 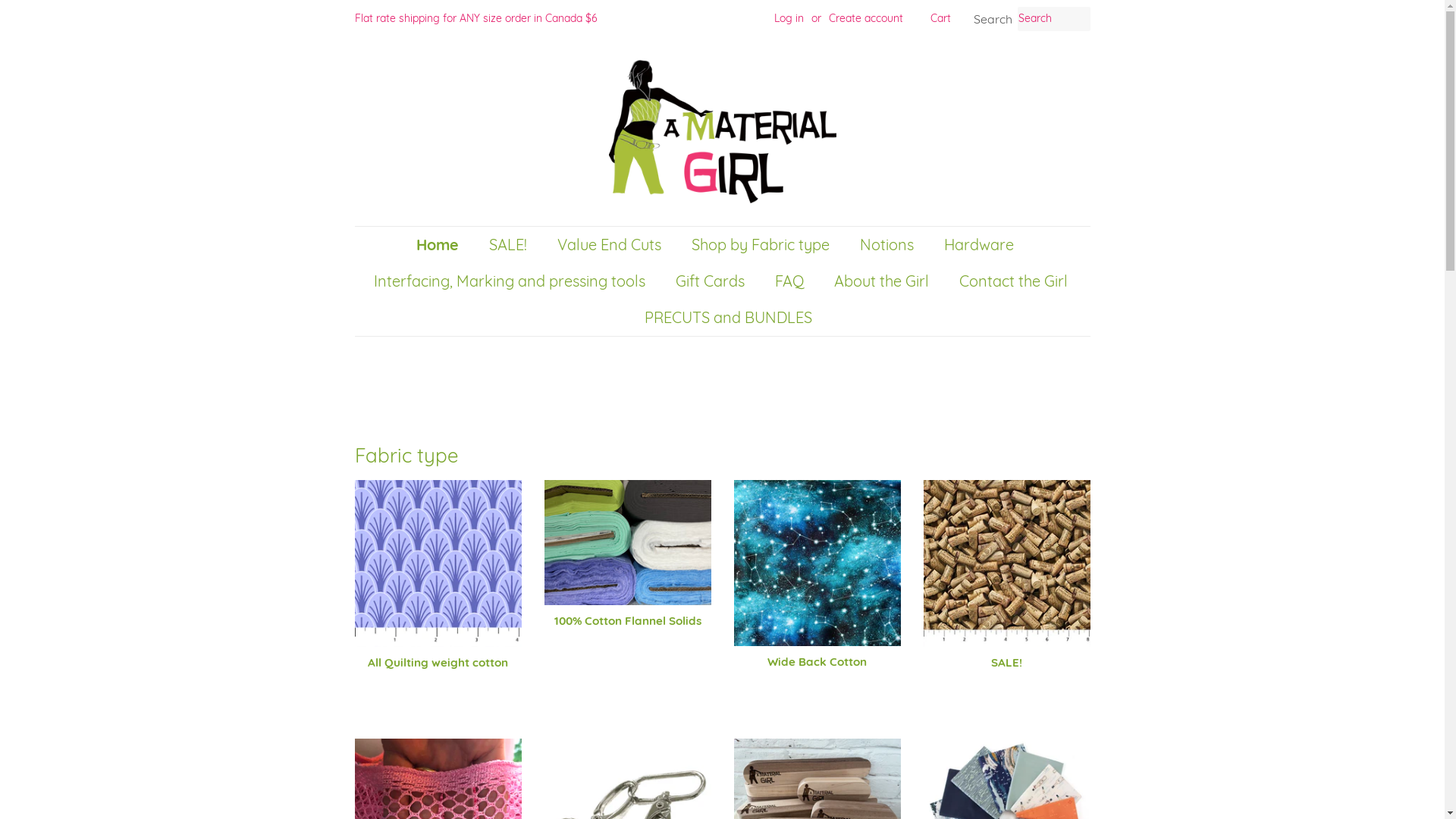 I want to click on 'Hardware', so click(x=931, y=244).